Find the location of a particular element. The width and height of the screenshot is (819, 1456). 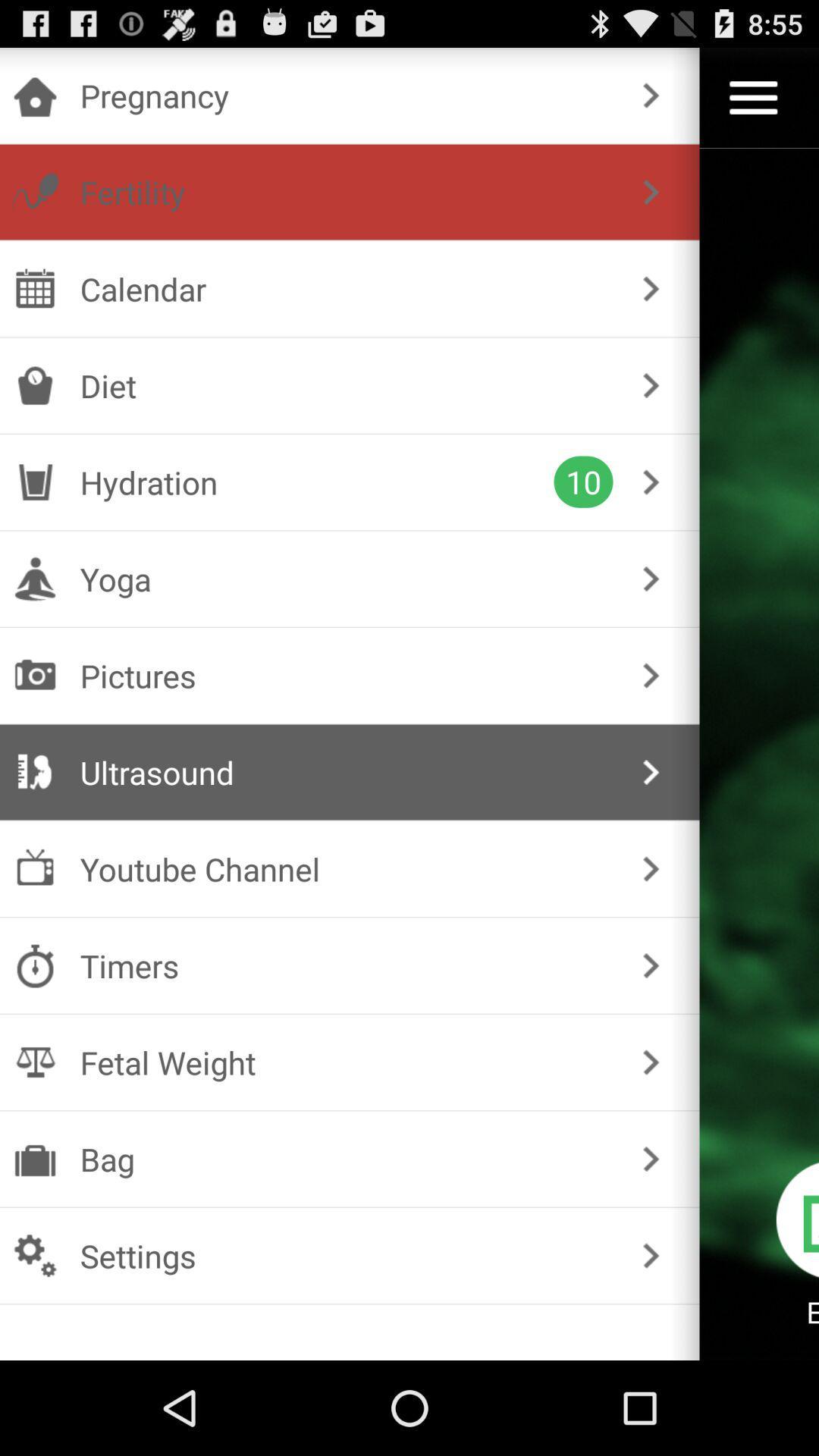

the icon right to ultrasound is located at coordinates (34, 772).